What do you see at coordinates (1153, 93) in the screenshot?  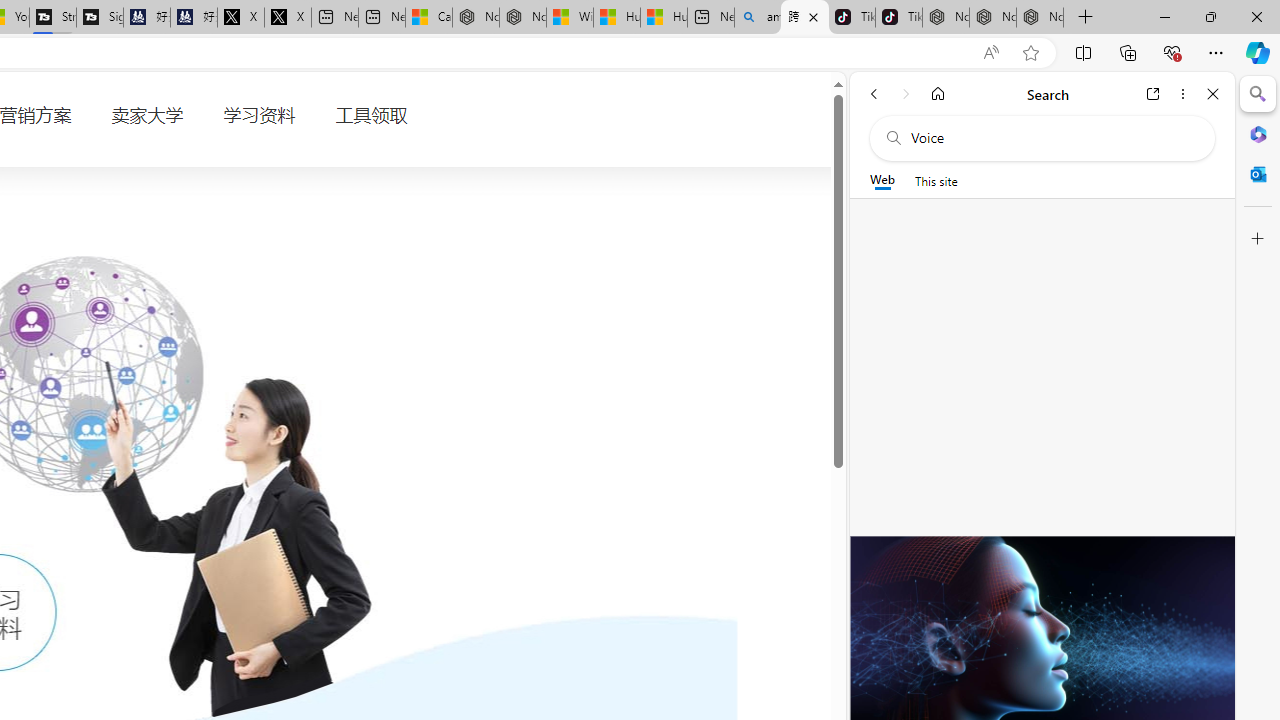 I see `'Open link in new tab'` at bounding box center [1153, 93].